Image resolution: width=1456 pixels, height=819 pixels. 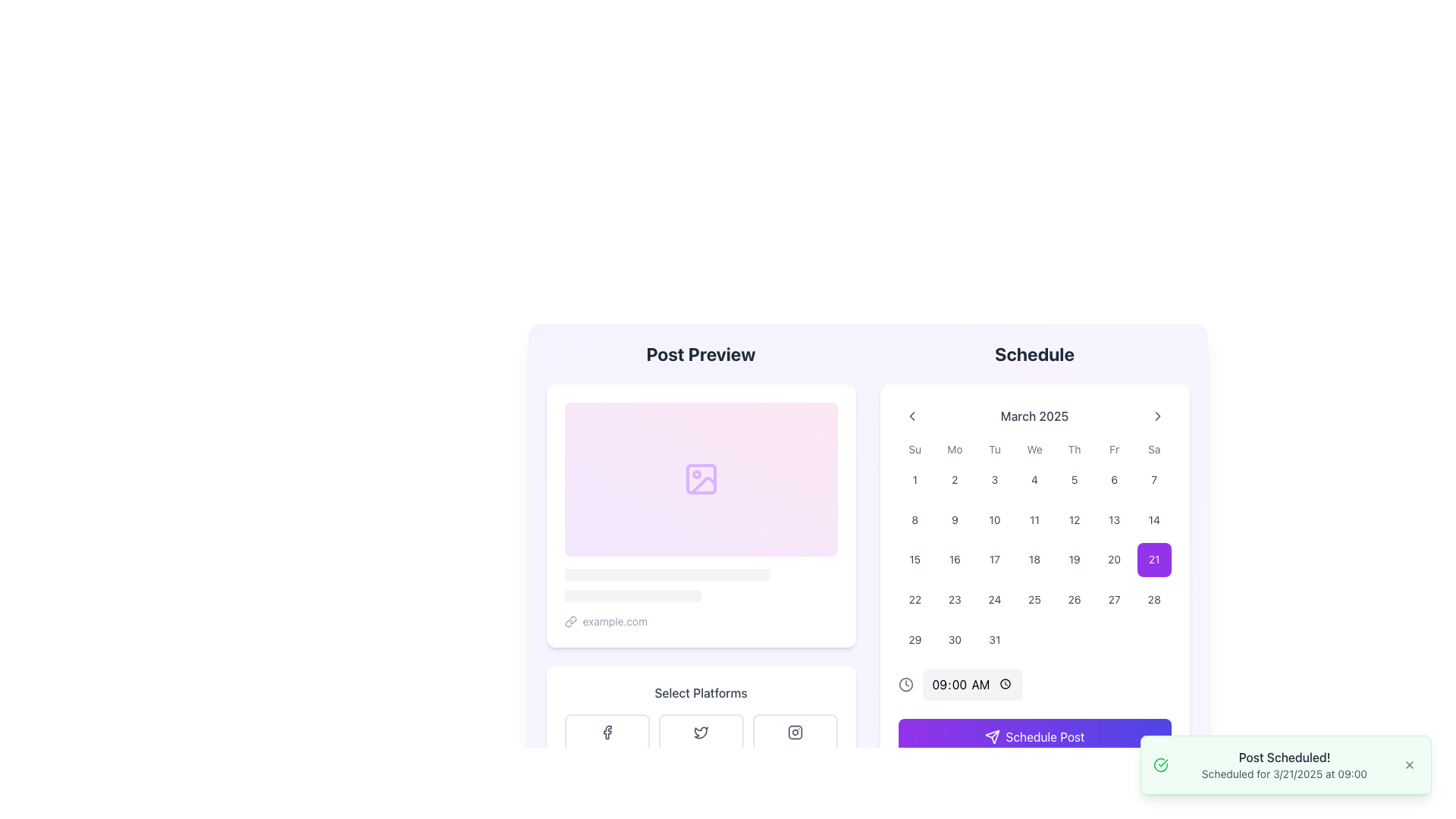 What do you see at coordinates (1408, 765) in the screenshot?
I see `the close button` at bounding box center [1408, 765].